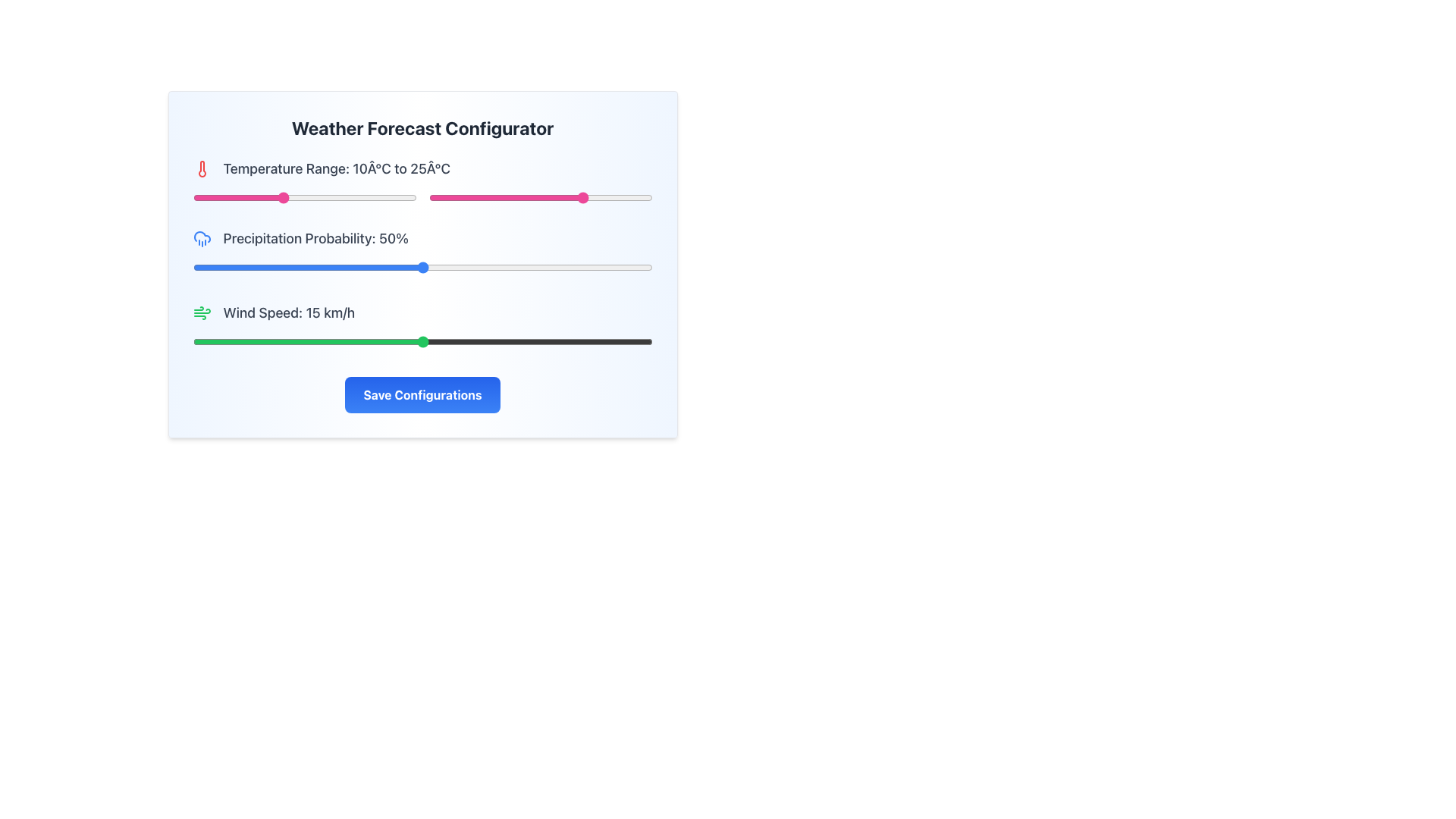  What do you see at coordinates (282, 197) in the screenshot?
I see `the slider value` at bounding box center [282, 197].